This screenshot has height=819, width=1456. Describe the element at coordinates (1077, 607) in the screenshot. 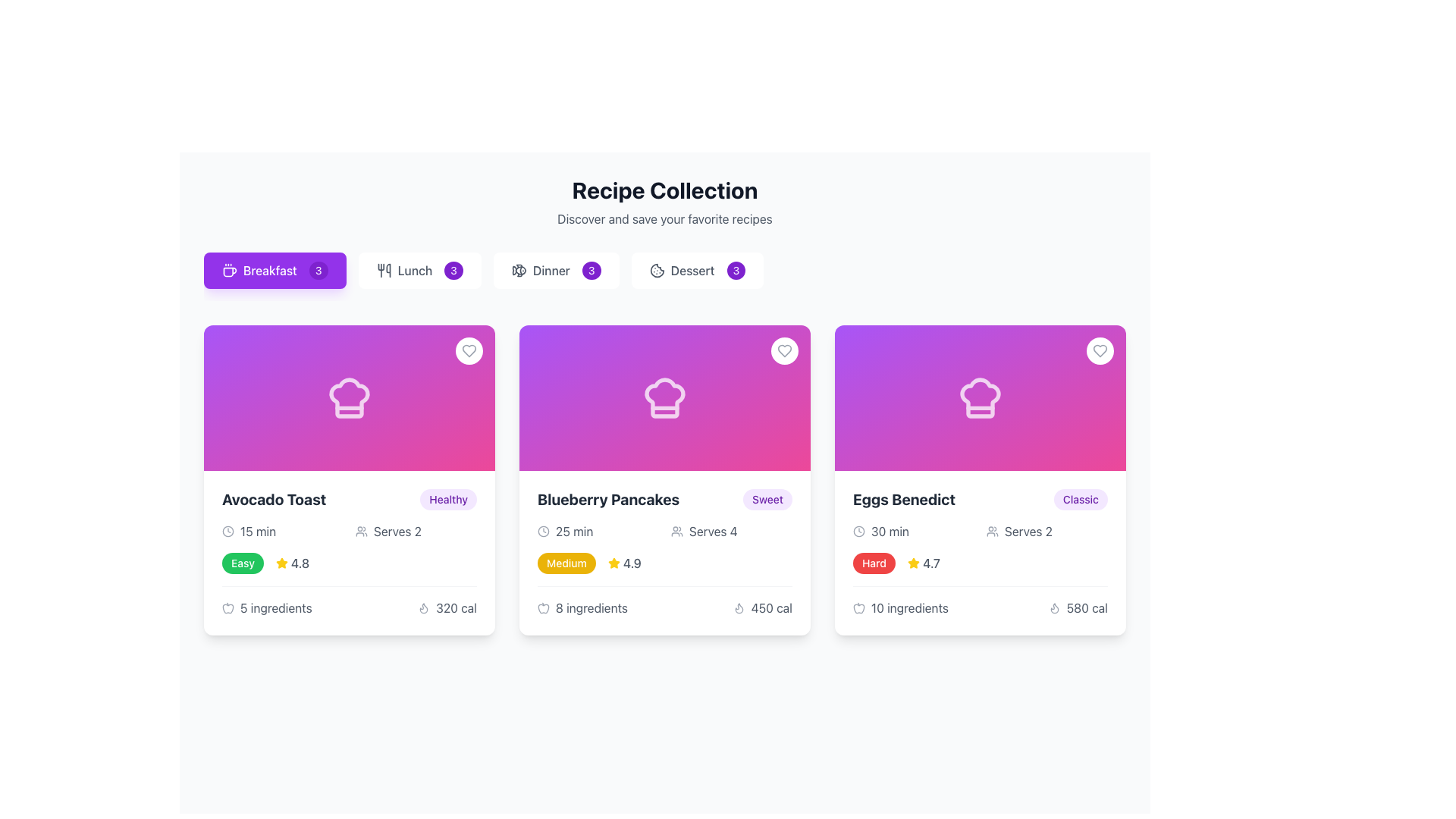

I see `the text and icon combination that informs the user about the caloric content of the 'Eggs Benedict' recipe card, located in the bottom-right corner of the card` at that location.